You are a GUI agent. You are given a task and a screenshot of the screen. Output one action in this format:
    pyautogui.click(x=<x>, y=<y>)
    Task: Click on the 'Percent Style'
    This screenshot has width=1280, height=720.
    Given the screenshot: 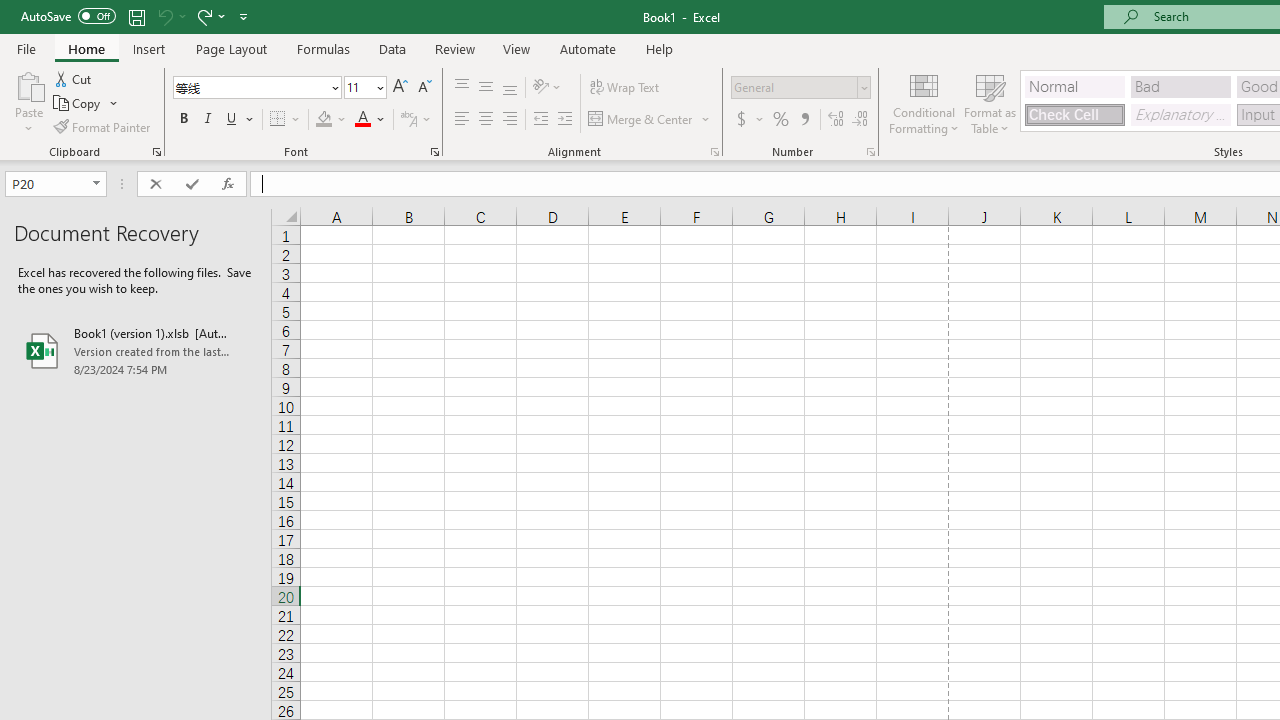 What is the action you would take?
    pyautogui.click(x=780, y=119)
    